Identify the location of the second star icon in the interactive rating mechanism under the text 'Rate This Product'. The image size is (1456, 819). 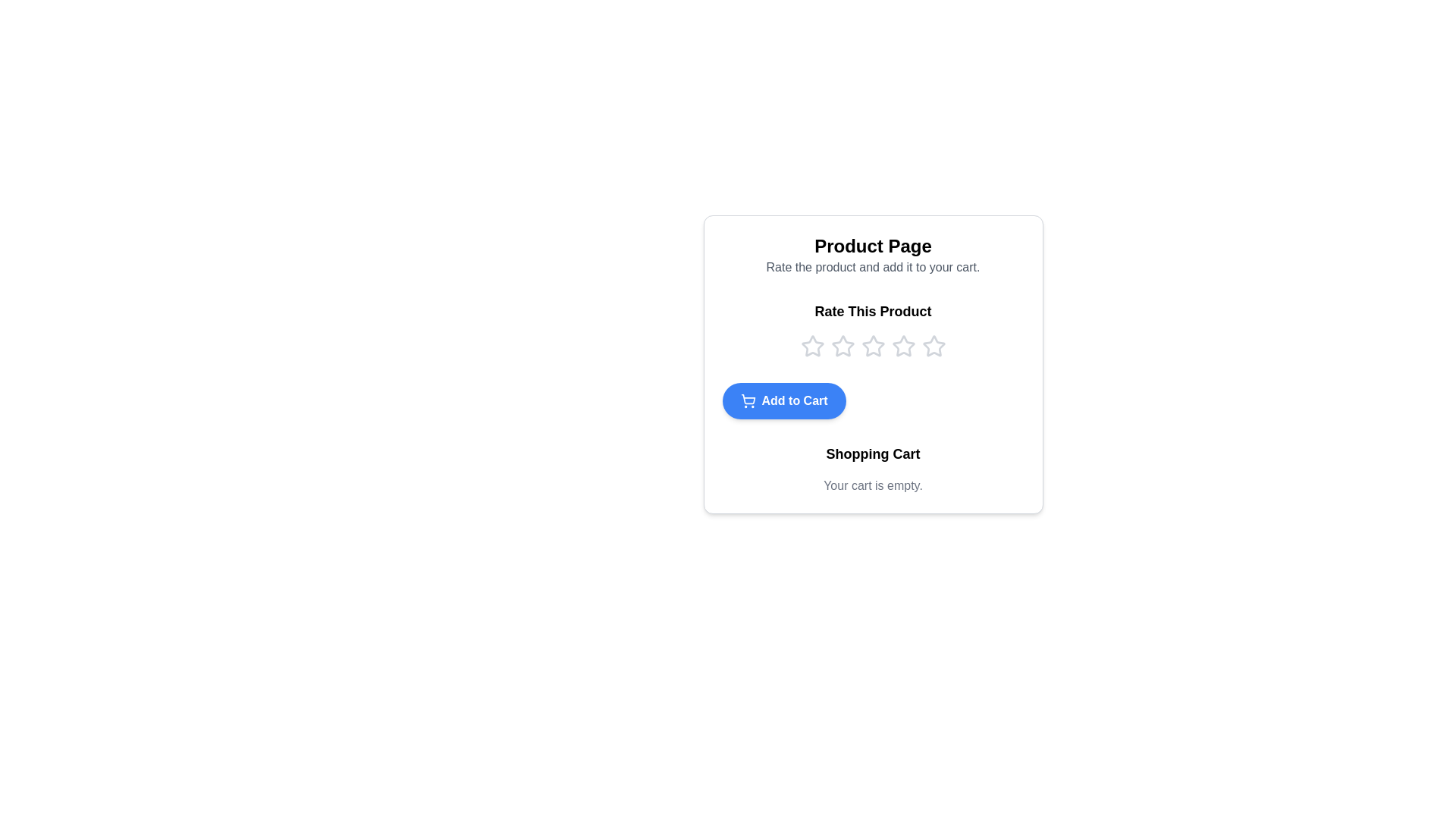
(842, 346).